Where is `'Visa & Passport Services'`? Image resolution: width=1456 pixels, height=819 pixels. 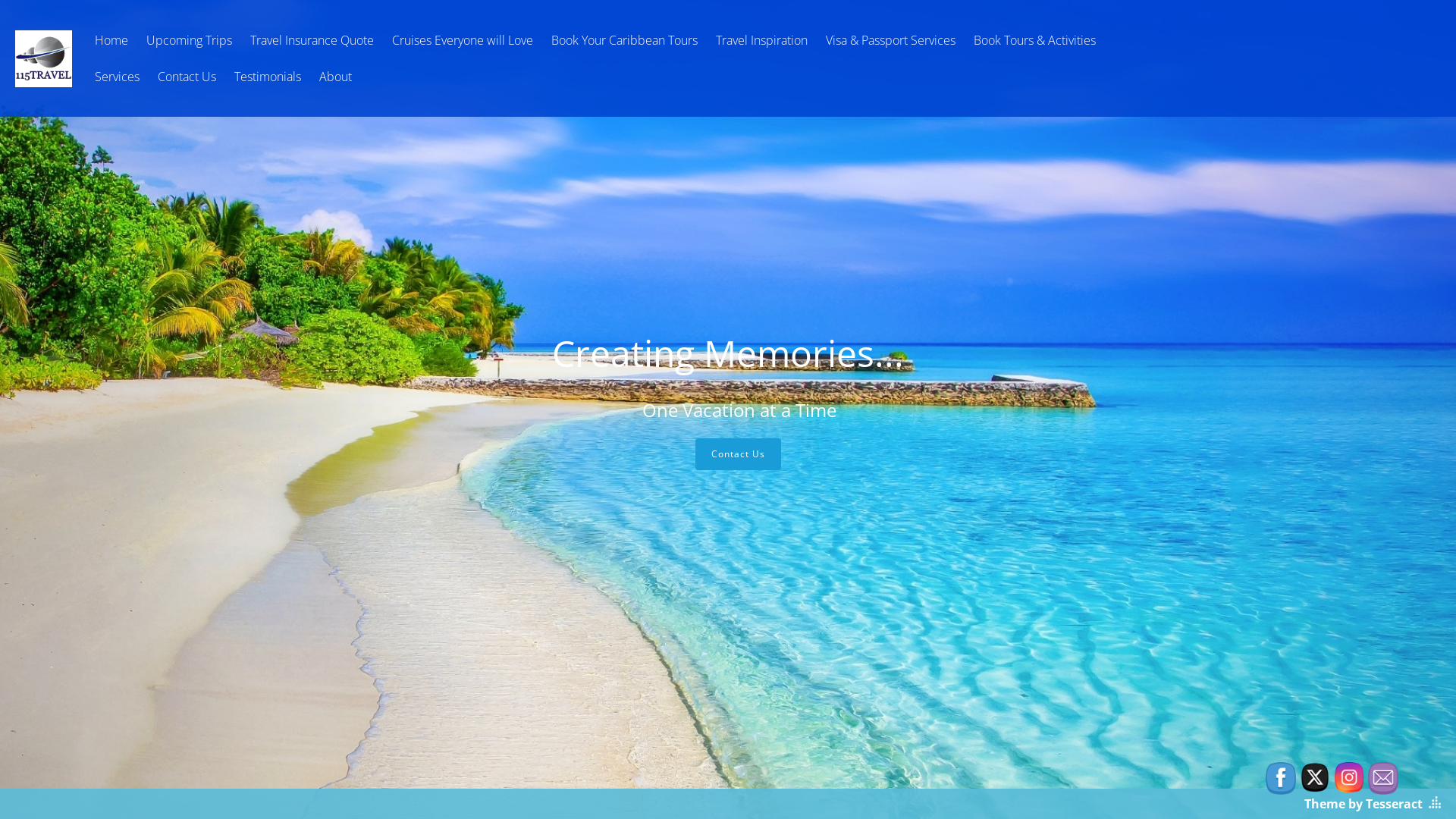
'Visa & Passport Services' is located at coordinates (890, 39).